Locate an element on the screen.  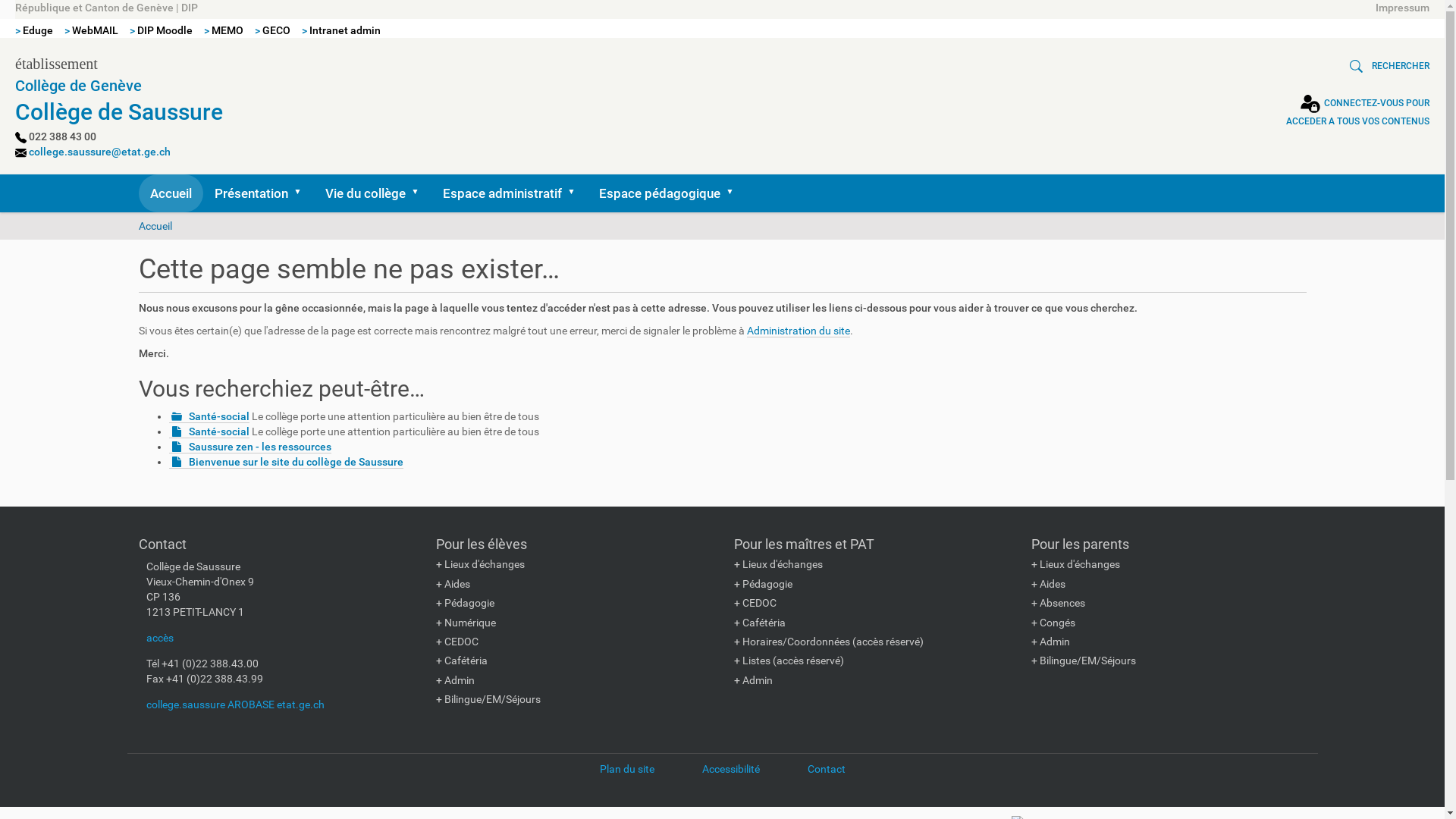
'CONNECTEZ-VOUS POUR is located at coordinates (1357, 111).